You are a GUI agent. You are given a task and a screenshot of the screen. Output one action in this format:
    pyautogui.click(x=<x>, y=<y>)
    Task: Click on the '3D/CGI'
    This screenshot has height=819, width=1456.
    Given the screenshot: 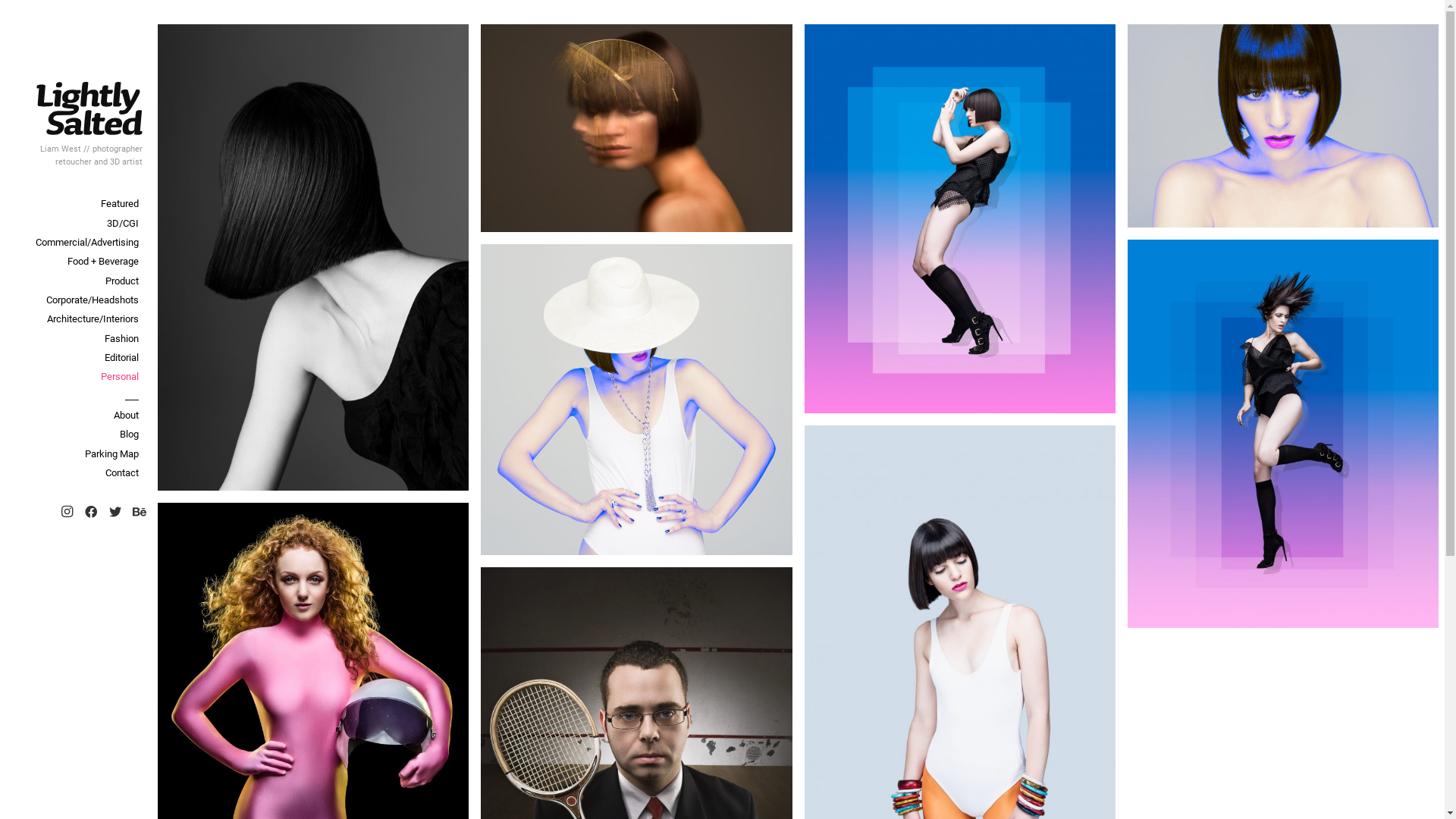 What is the action you would take?
    pyautogui.click(x=0, y=223)
    